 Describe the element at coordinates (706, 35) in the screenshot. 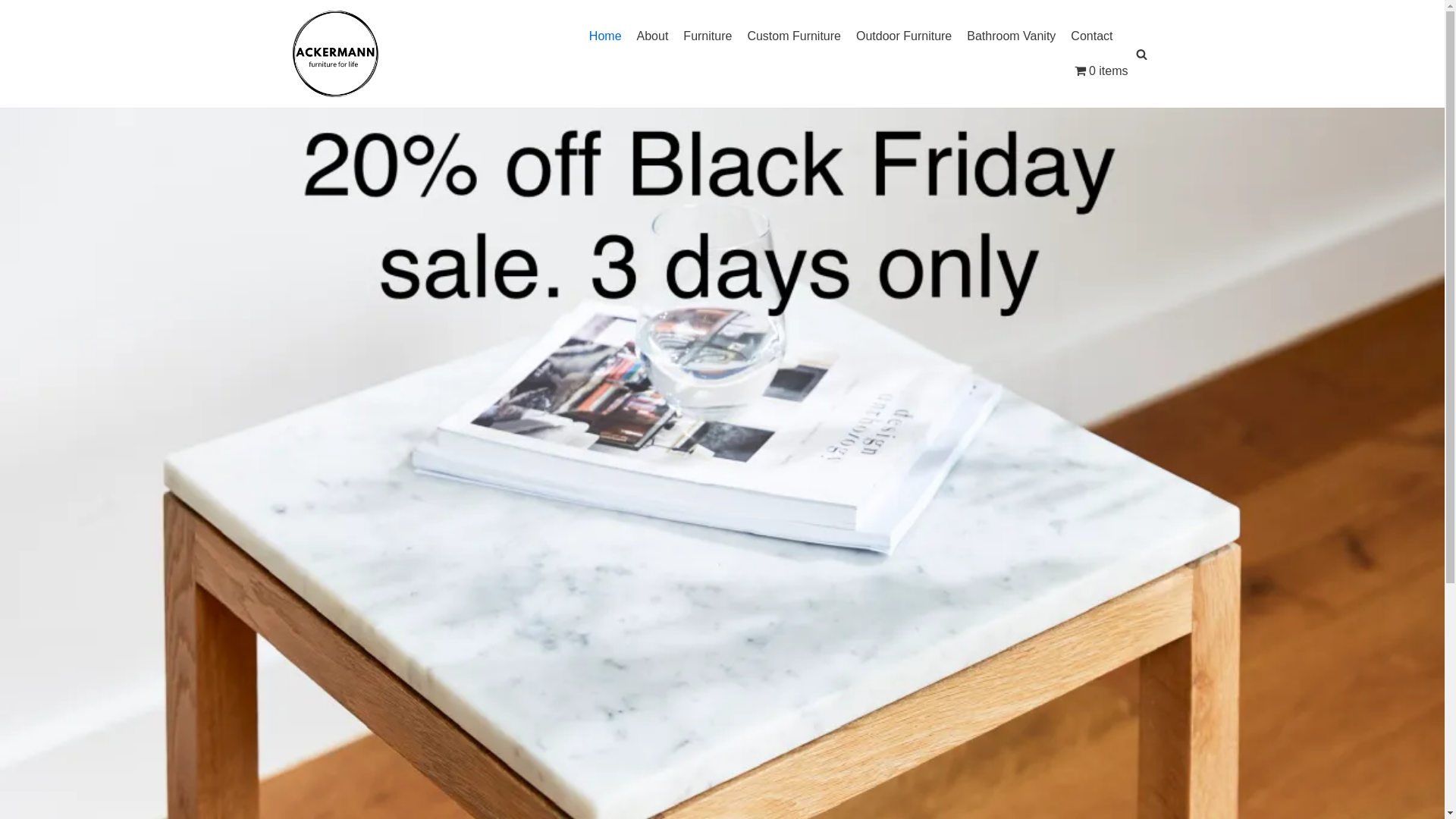

I see `'Furniture'` at that location.